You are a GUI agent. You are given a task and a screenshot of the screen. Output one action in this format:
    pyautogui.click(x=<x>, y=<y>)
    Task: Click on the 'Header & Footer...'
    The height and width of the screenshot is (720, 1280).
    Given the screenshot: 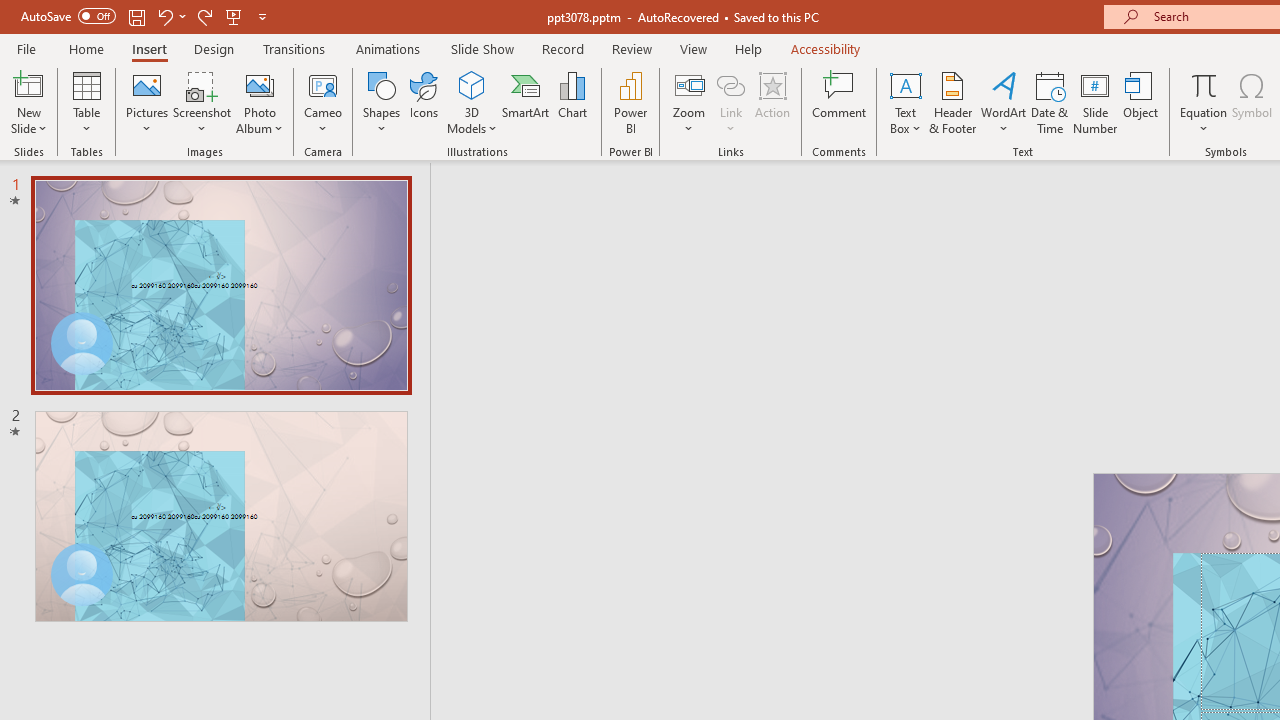 What is the action you would take?
    pyautogui.click(x=951, y=103)
    